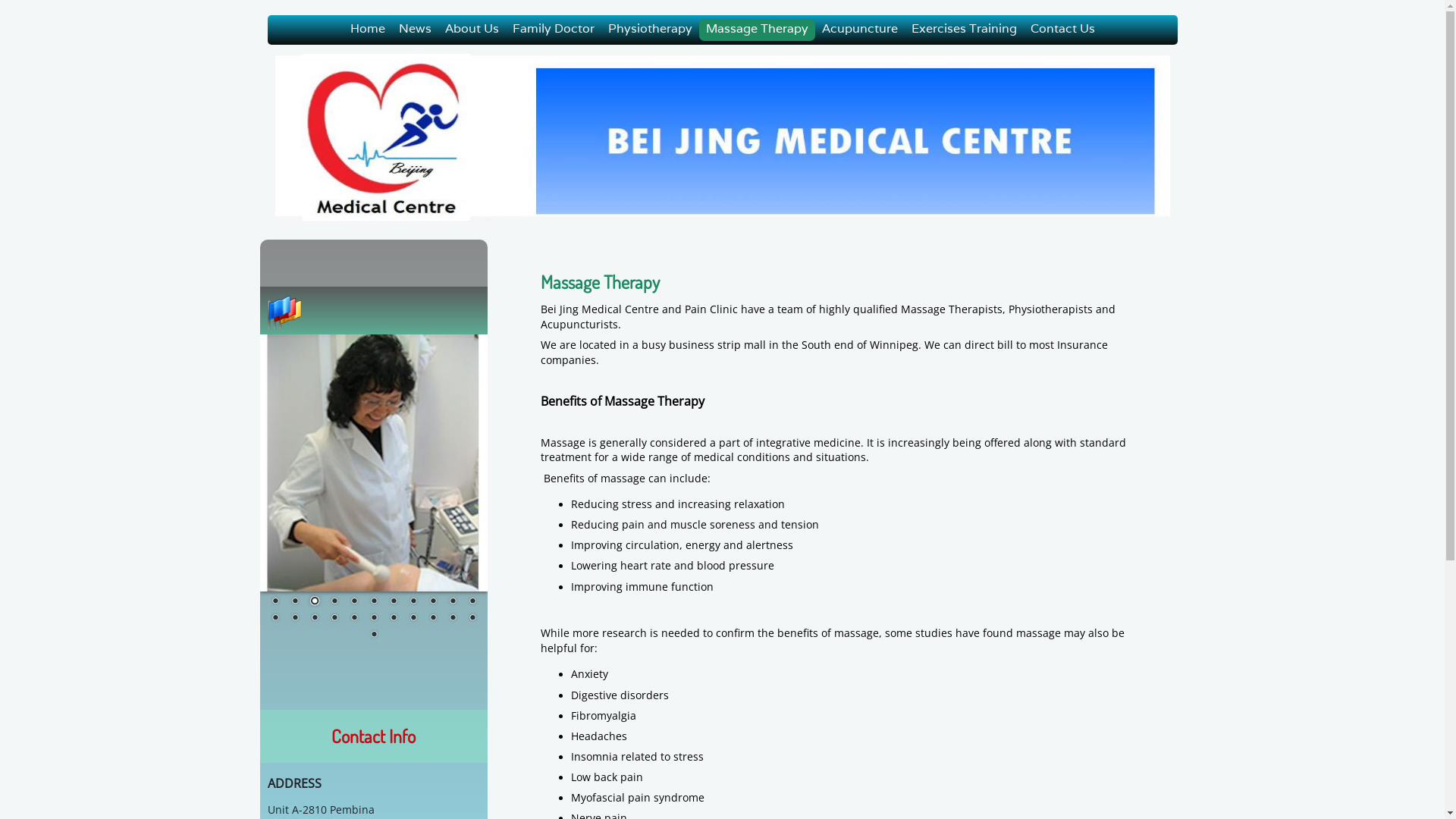 The image size is (1456, 819). What do you see at coordinates (294, 619) in the screenshot?
I see `'13'` at bounding box center [294, 619].